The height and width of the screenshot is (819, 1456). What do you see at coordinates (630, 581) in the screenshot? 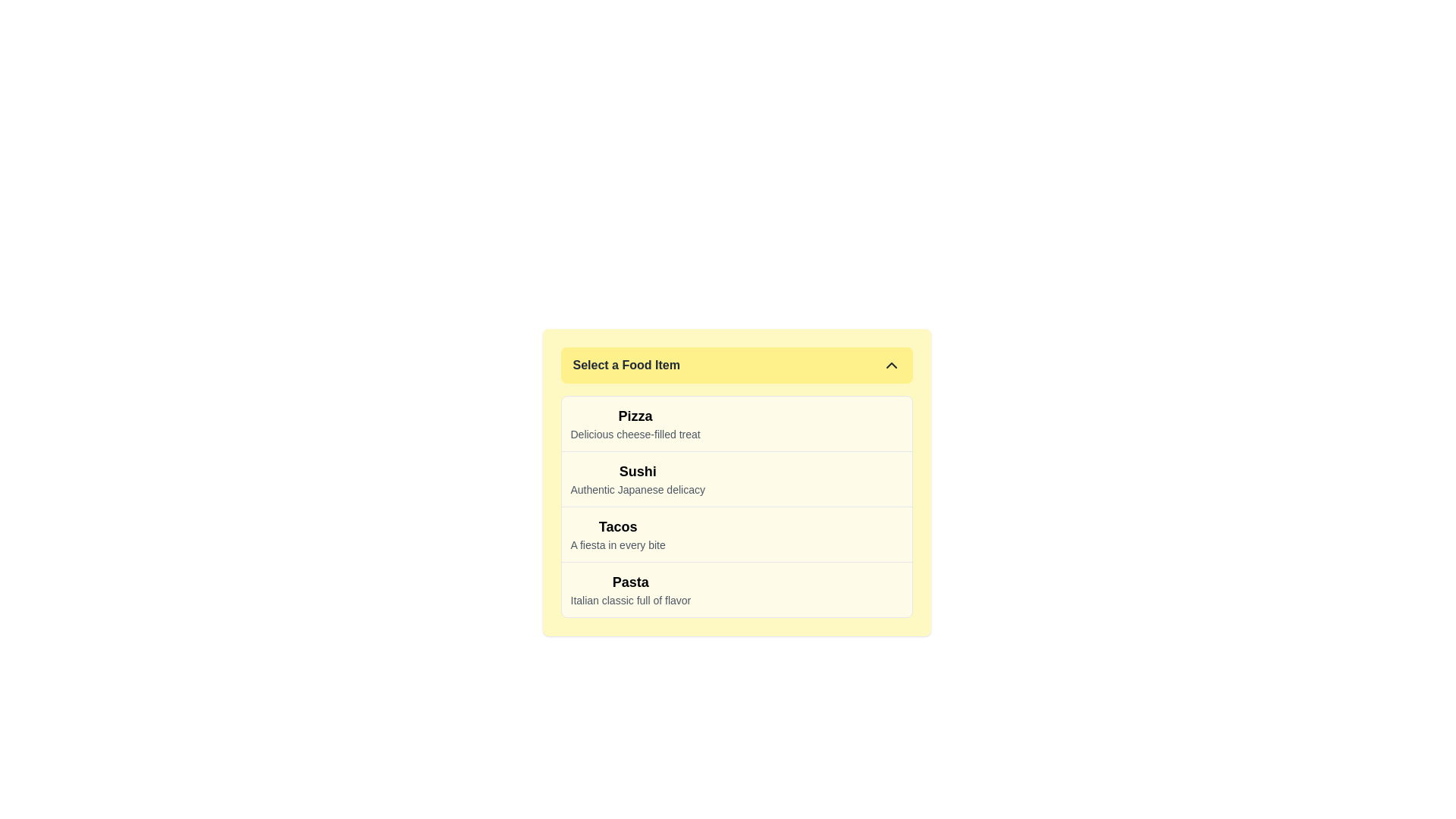
I see `the Text label displaying the name of a dish in the yellow dropdown menu labeled 'Select a Food Item', located above the description 'Italian classic full of flavor'` at bounding box center [630, 581].